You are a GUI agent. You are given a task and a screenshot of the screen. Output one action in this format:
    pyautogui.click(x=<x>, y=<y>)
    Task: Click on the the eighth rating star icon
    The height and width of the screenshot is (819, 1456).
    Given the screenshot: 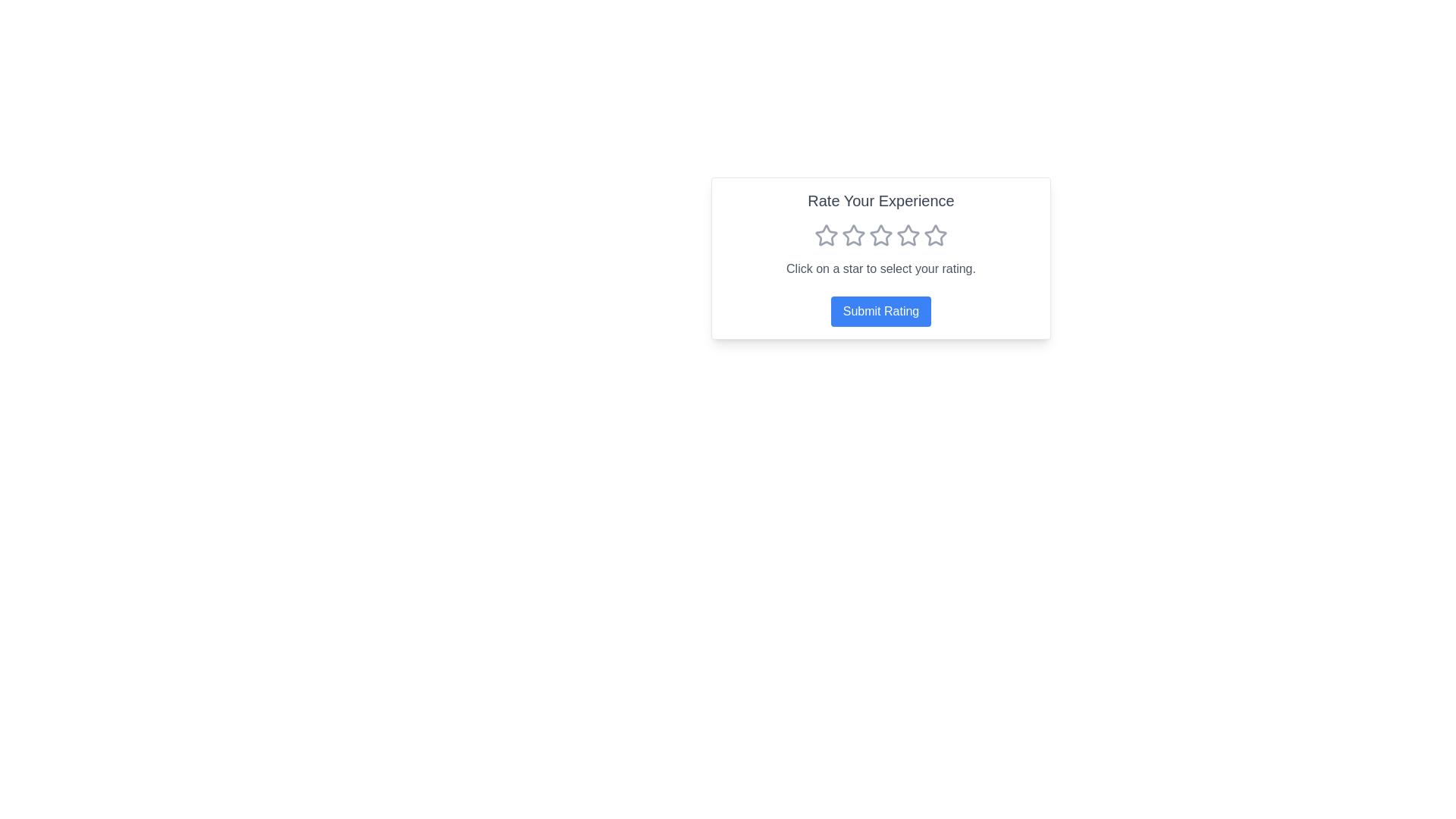 What is the action you would take?
    pyautogui.click(x=934, y=236)
    